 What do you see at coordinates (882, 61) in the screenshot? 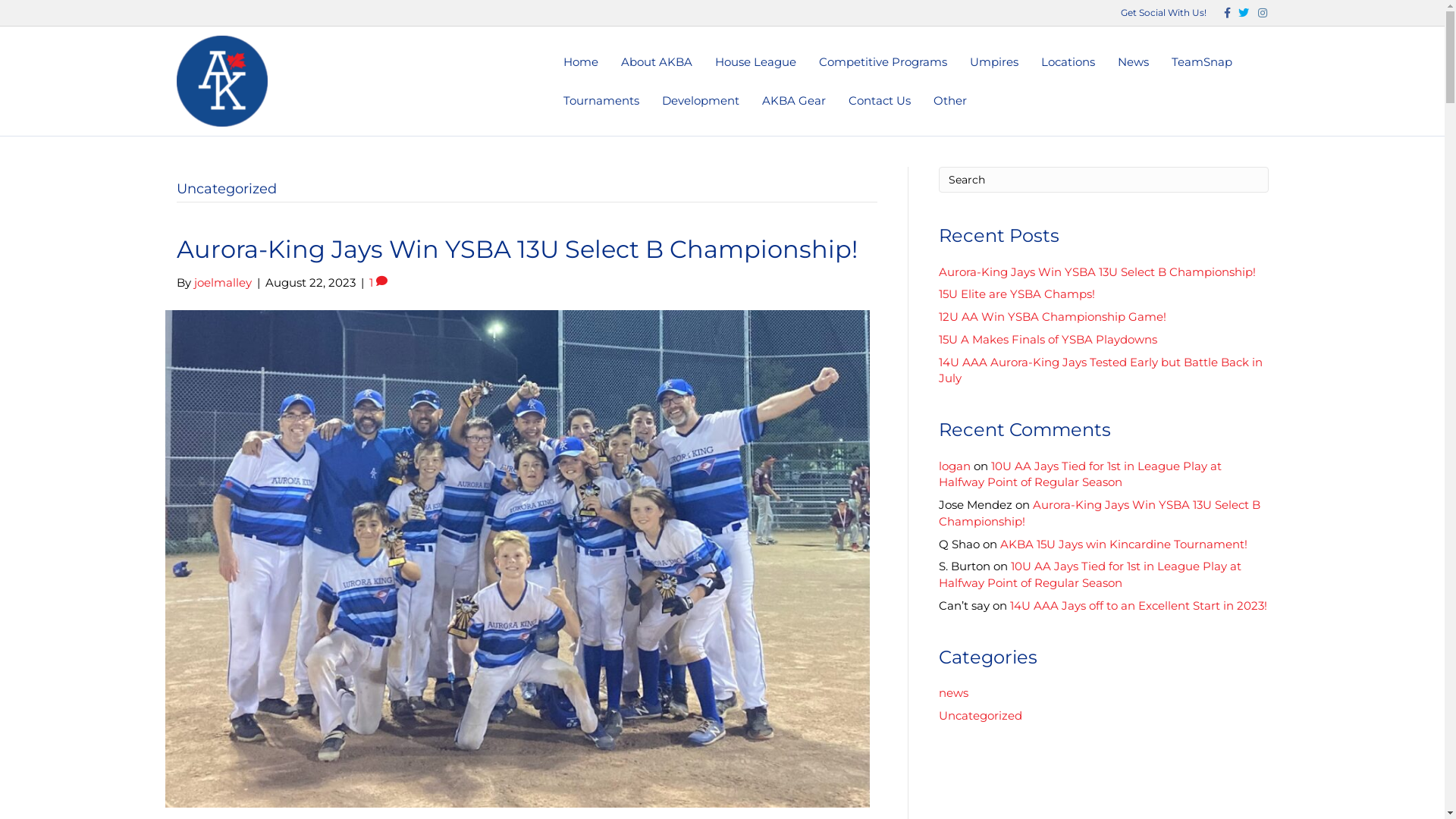
I see `'Competitive Programs'` at bounding box center [882, 61].